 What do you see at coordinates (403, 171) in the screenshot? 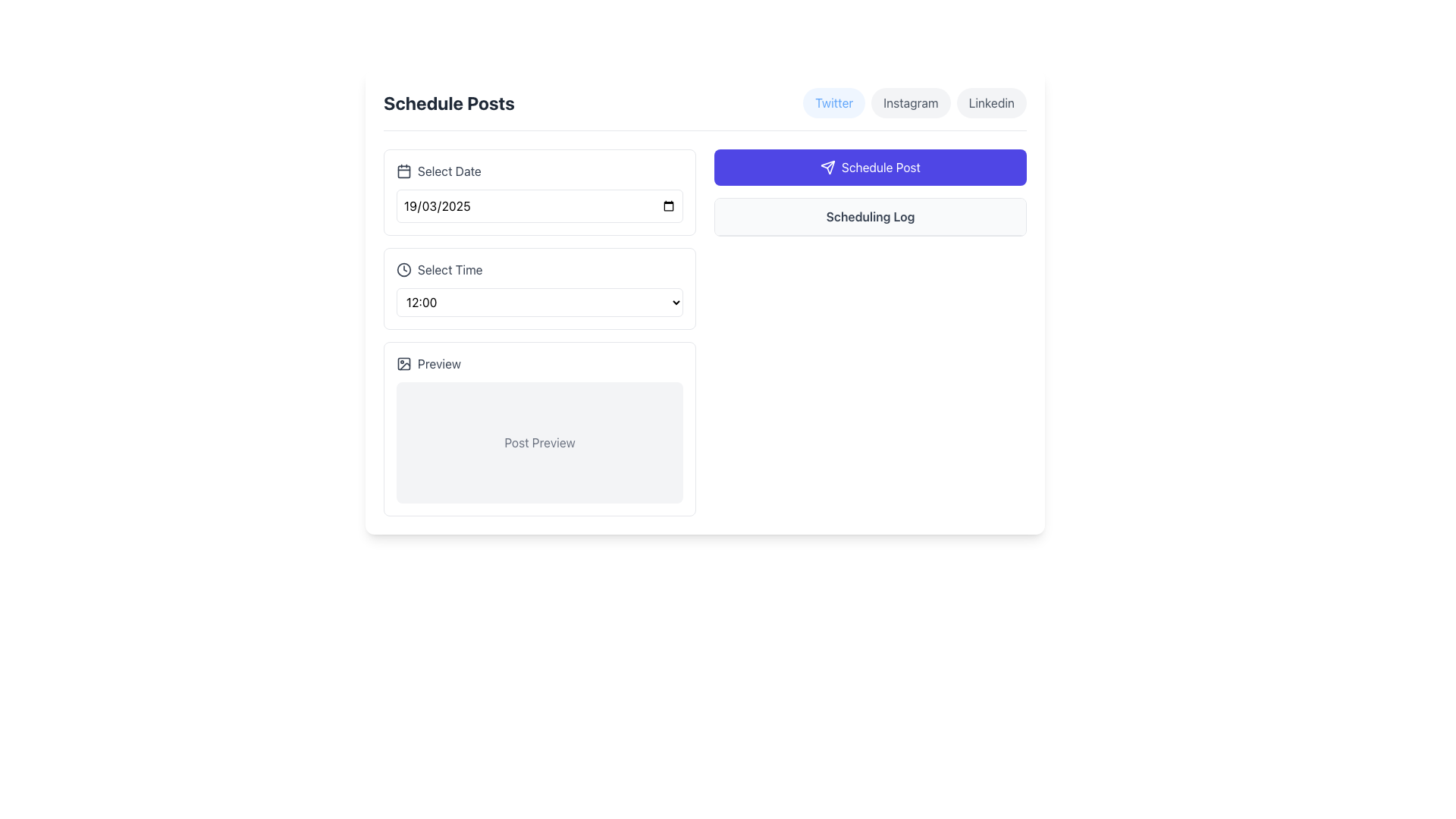
I see `the SVG icon located to the left of the 'Select Date' text label, which indicates the functionality for selecting or interacting with a date` at bounding box center [403, 171].